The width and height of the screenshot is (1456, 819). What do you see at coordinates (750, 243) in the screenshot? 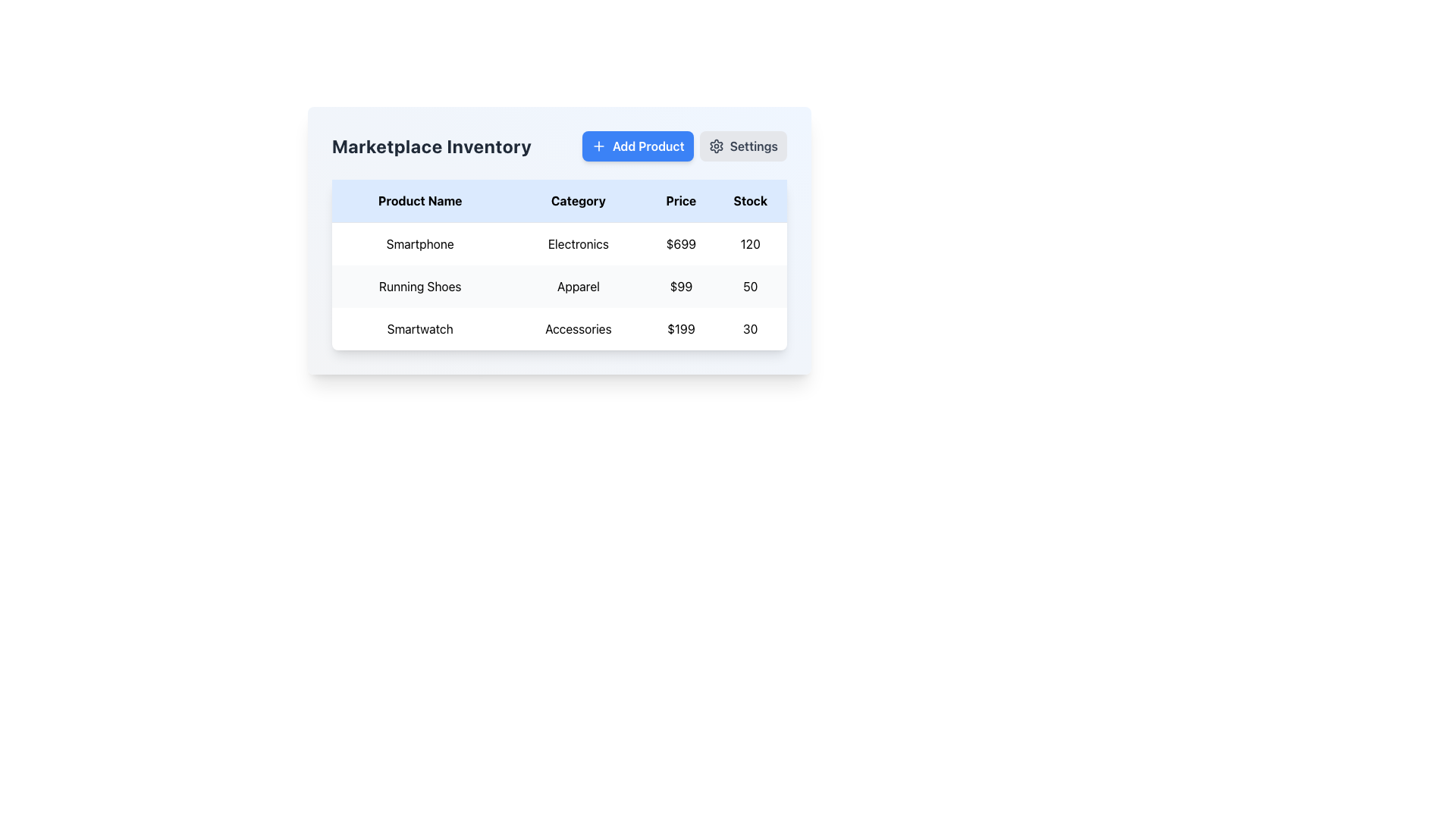
I see `the Text label displaying the number '120' in the 'Stock' column of the product information table for 'Smartphone'` at bounding box center [750, 243].